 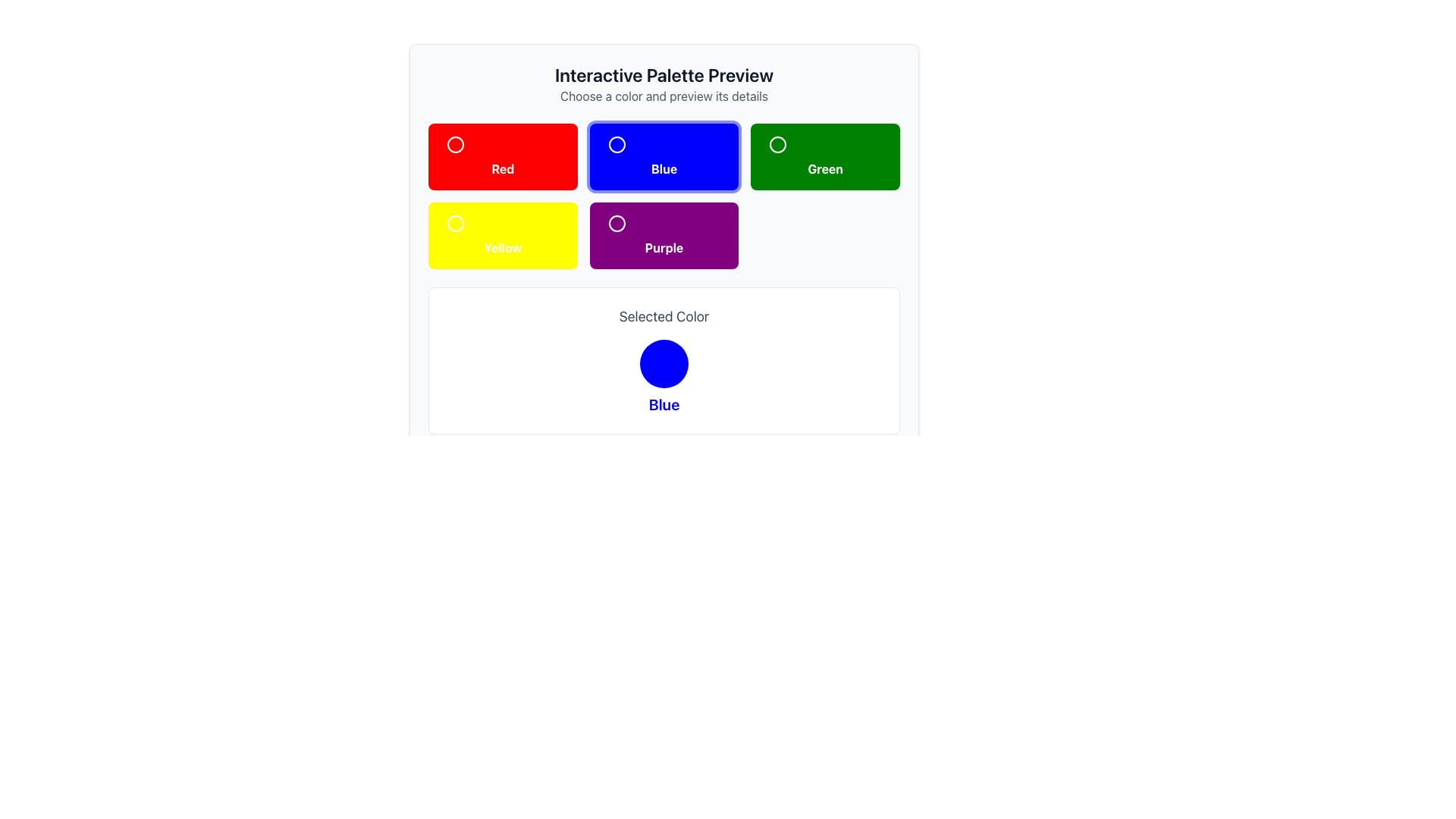 What do you see at coordinates (664, 223) in the screenshot?
I see `SVG circle icon which is the first component inside the purple rectangular button in the color selection section` at bounding box center [664, 223].